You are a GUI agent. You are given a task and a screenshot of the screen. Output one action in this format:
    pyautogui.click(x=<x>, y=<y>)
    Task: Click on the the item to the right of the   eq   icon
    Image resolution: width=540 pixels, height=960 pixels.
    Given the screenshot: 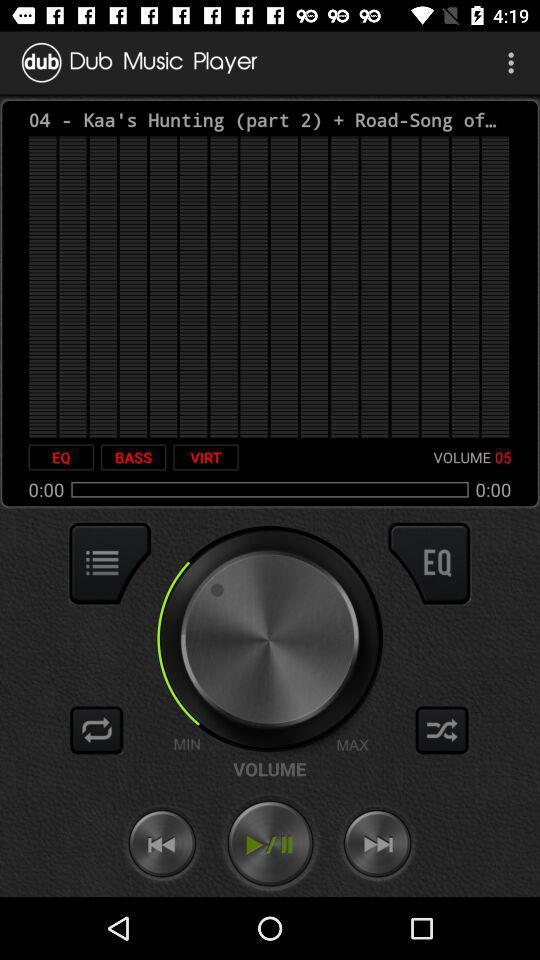 What is the action you would take?
    pyautogui.click(x=133, y=457)
    